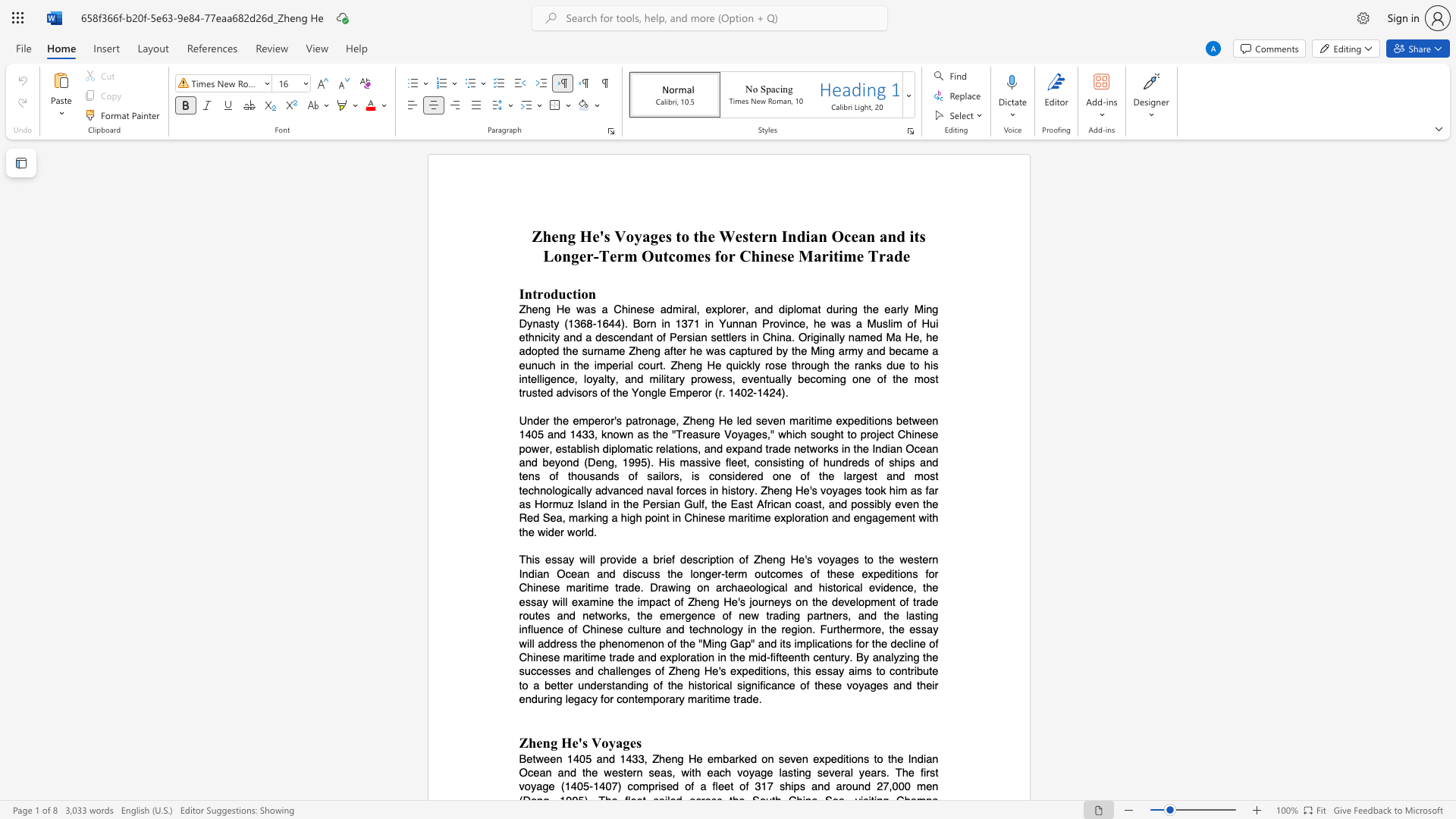 Image resolution: width=1456 pixels, height=819 pixels. I want to click on the subset text "s between 1405 and 1433, known as the" within the text "Under the emperor", so click(886, 421).